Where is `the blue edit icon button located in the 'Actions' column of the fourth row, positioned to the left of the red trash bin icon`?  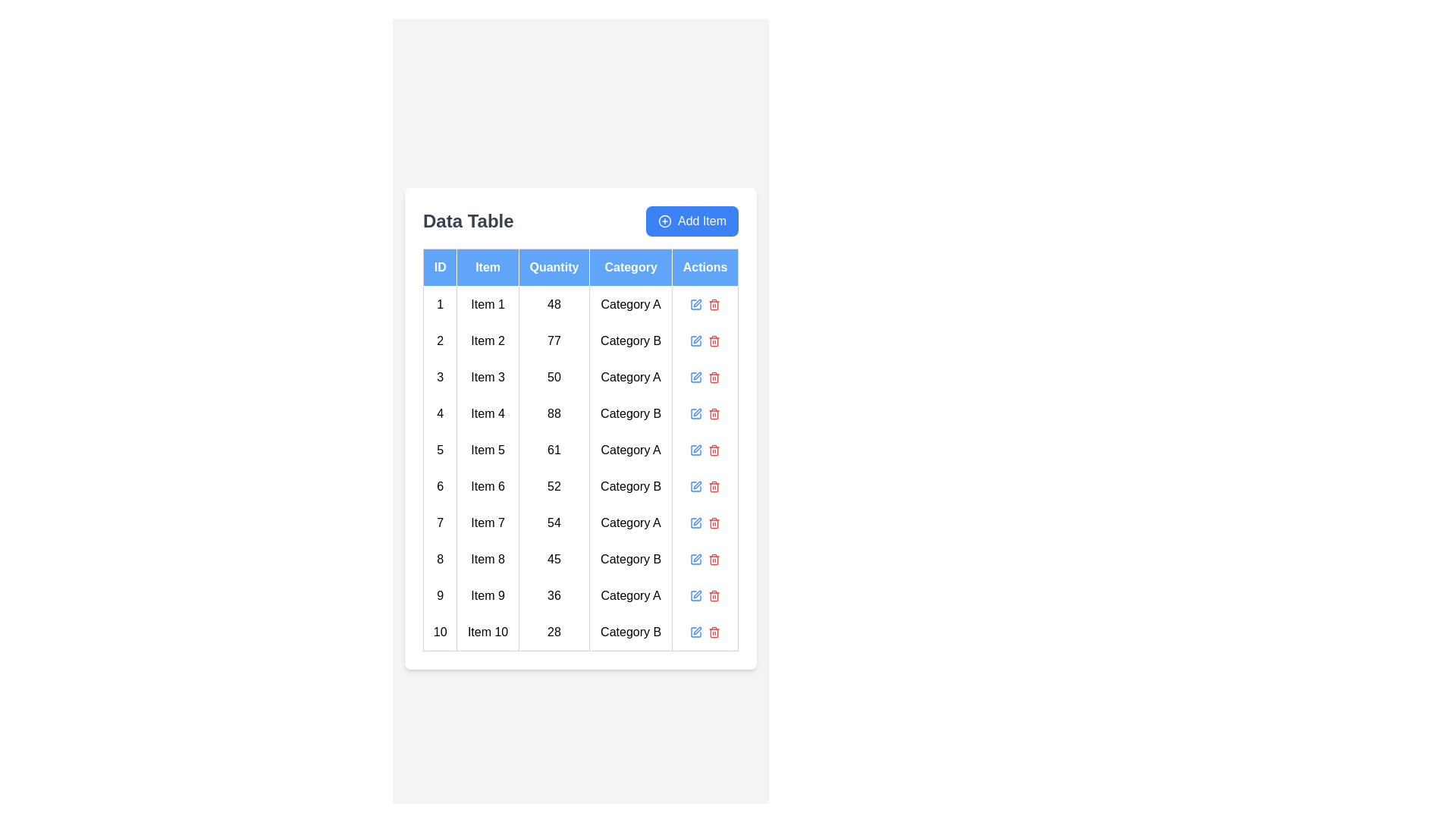 the blue edit icon button located in the 'Actions' column of the fourth row, positioned to the left of the red trash bin icon is located at coordinates (695, 413).